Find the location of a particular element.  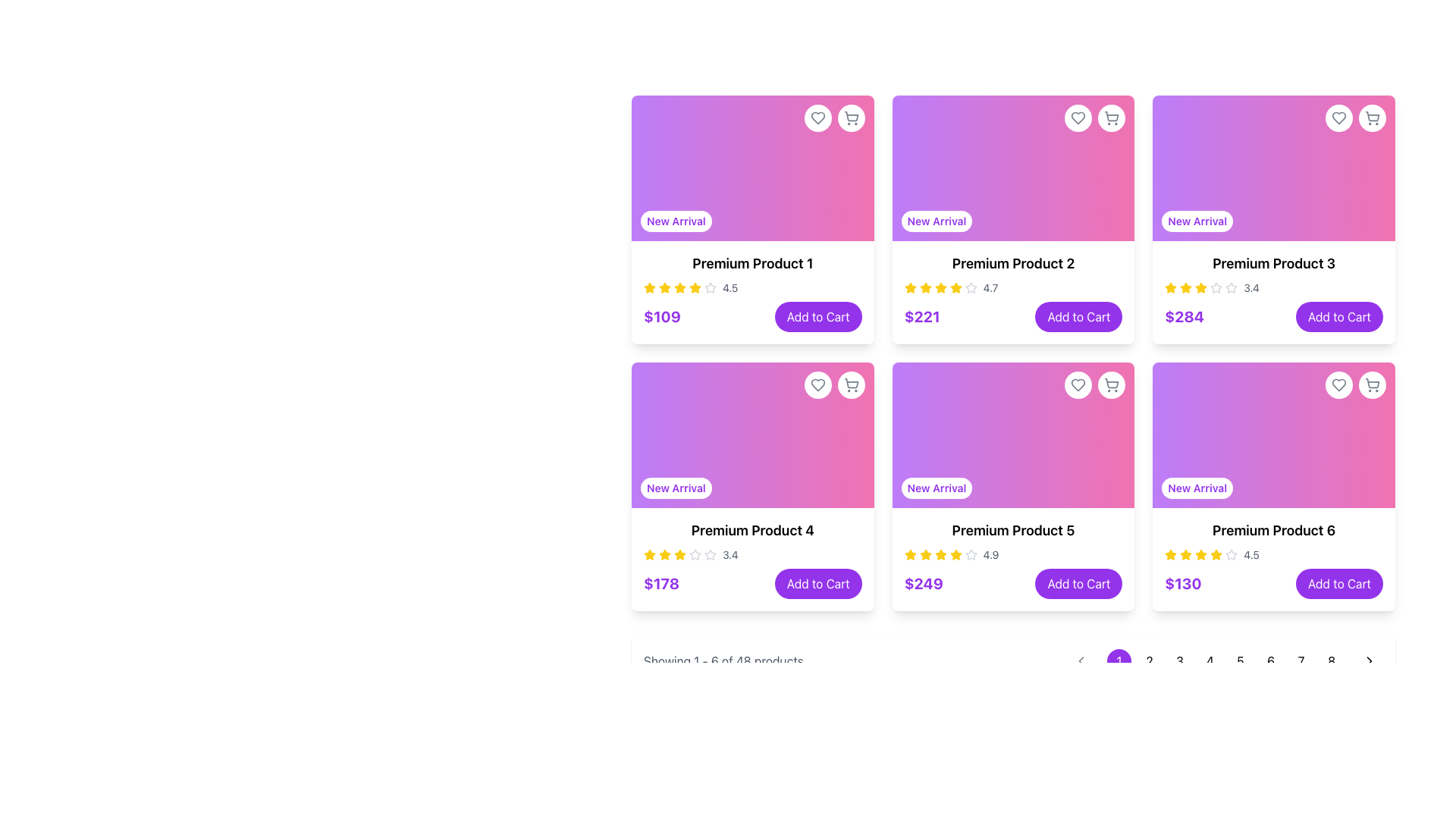

the text label displaying the value '4.5', which is positioned below the rating stars in the product card is located at coordinates (730, 288).